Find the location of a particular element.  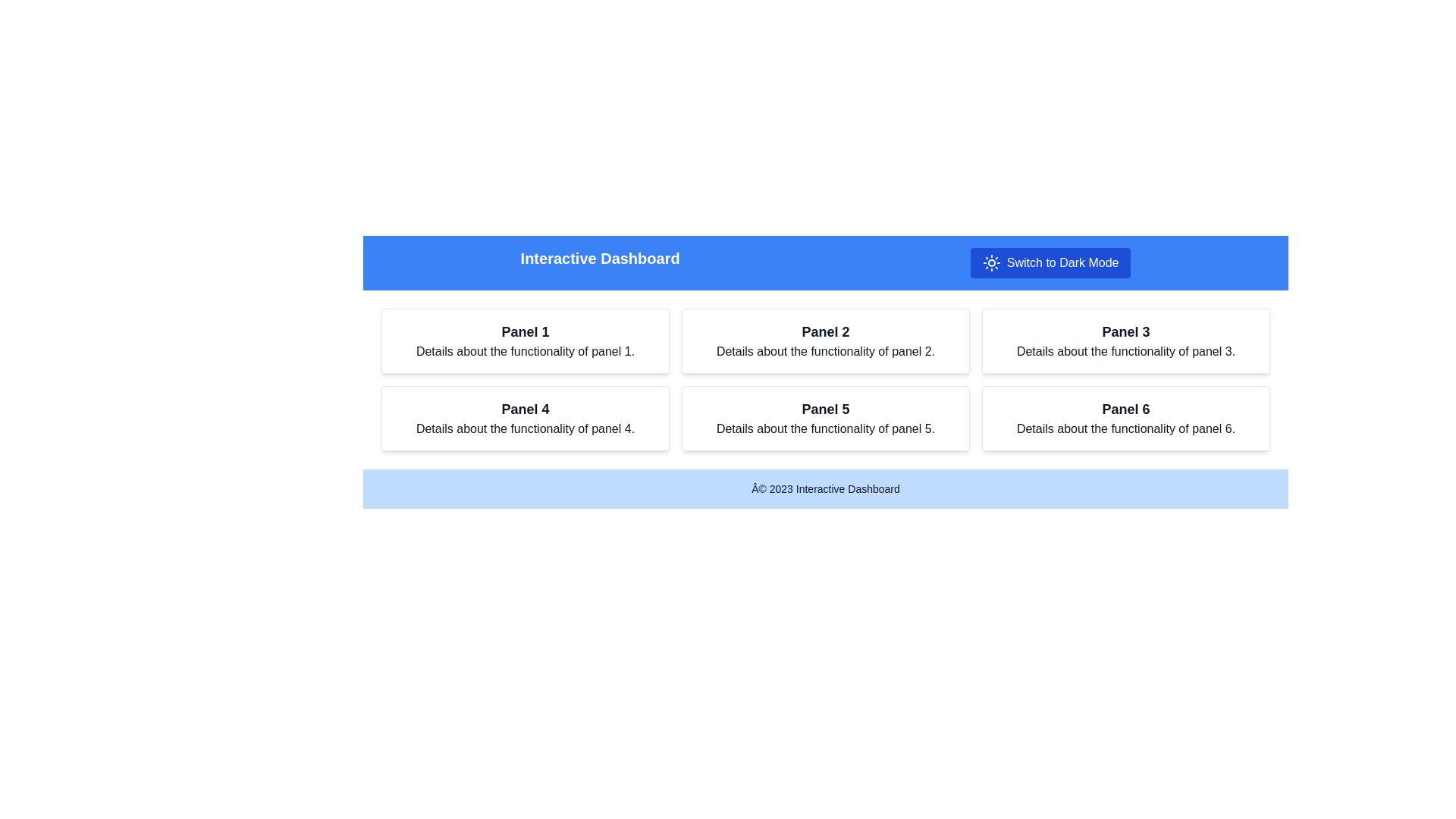

the text label that provides additional descriptive information related to 'Panel 1' in the dashboard layout, located below the title 'Panel 1' is located at coordinates (525, 351).